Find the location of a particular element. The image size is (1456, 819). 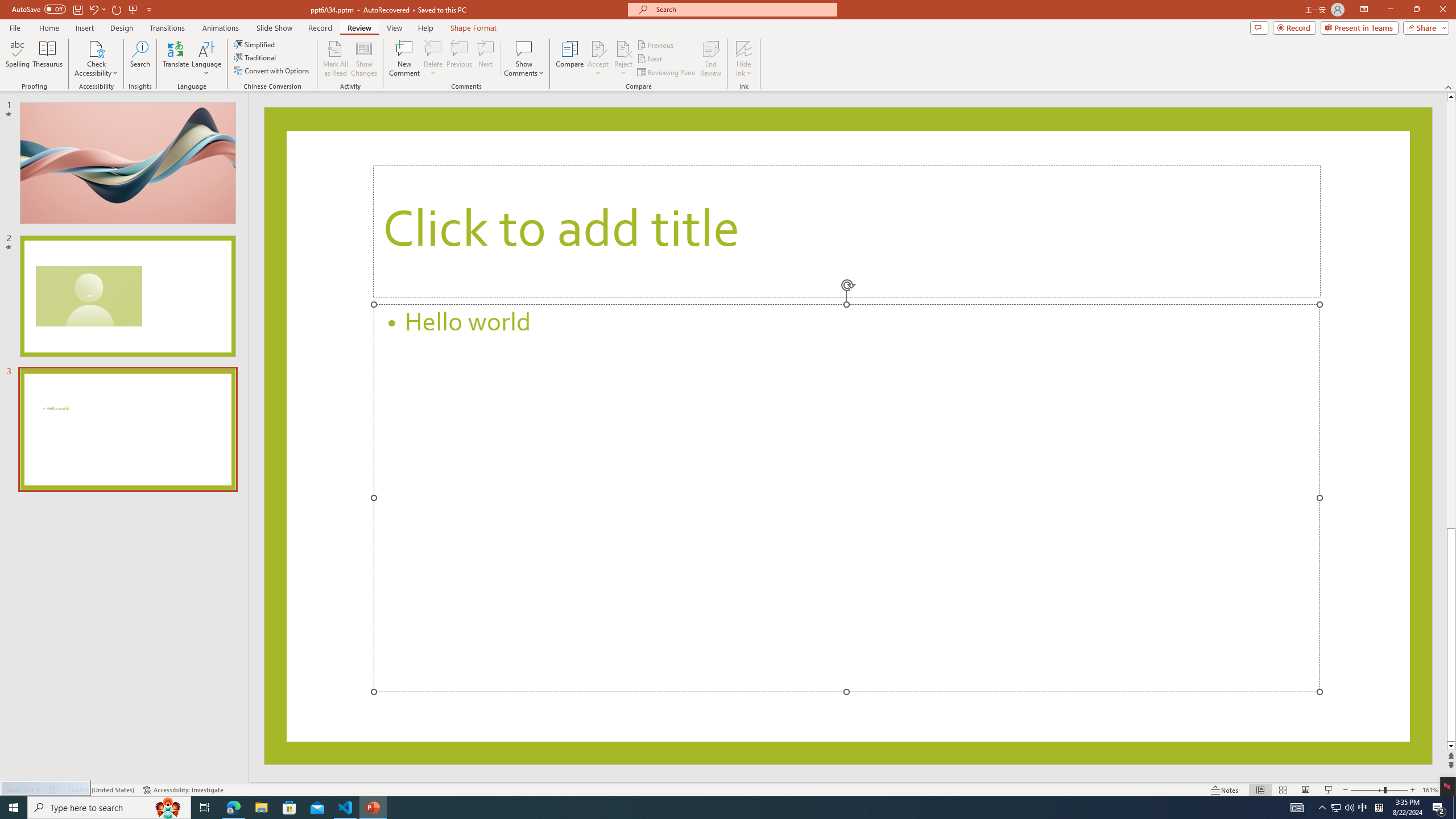

'Accept' is located at coordinates (598, 59).